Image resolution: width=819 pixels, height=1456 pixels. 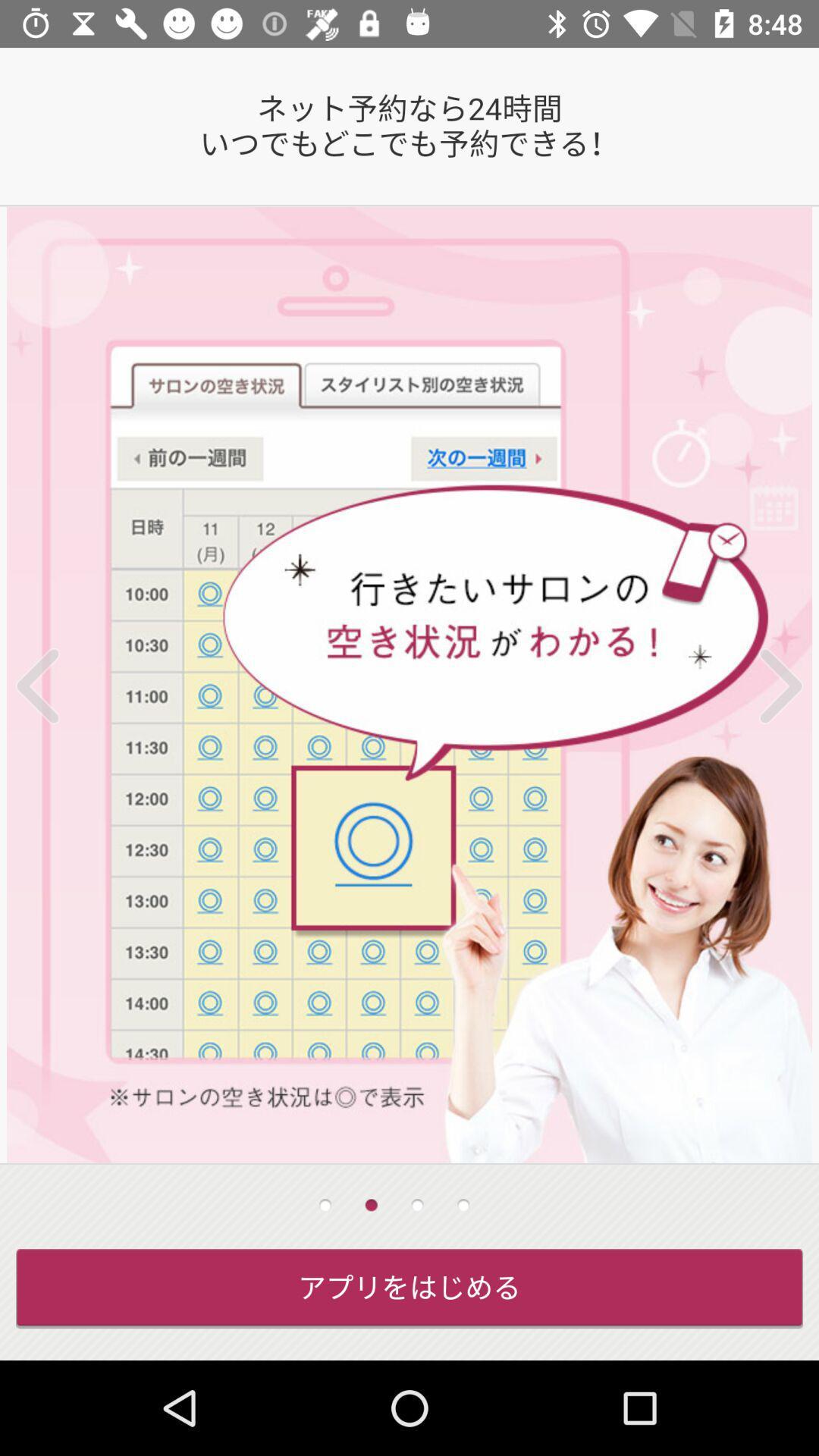 What do you see at coordinates (761, 685) in the screenshot?
I see `icon on the right` at bounding box center [761, 685].